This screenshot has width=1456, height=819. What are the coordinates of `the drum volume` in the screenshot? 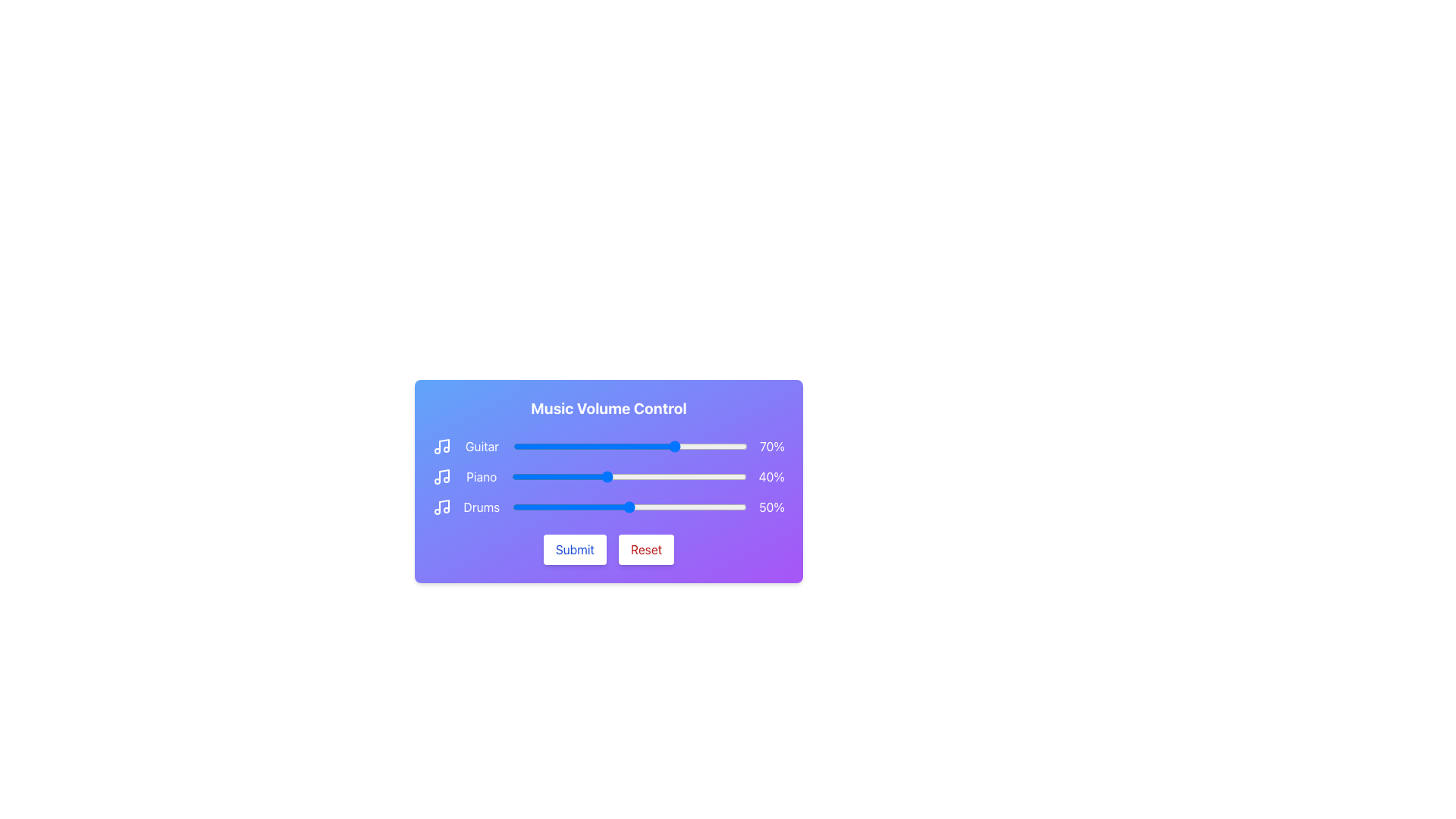 It's located at (695, 507).